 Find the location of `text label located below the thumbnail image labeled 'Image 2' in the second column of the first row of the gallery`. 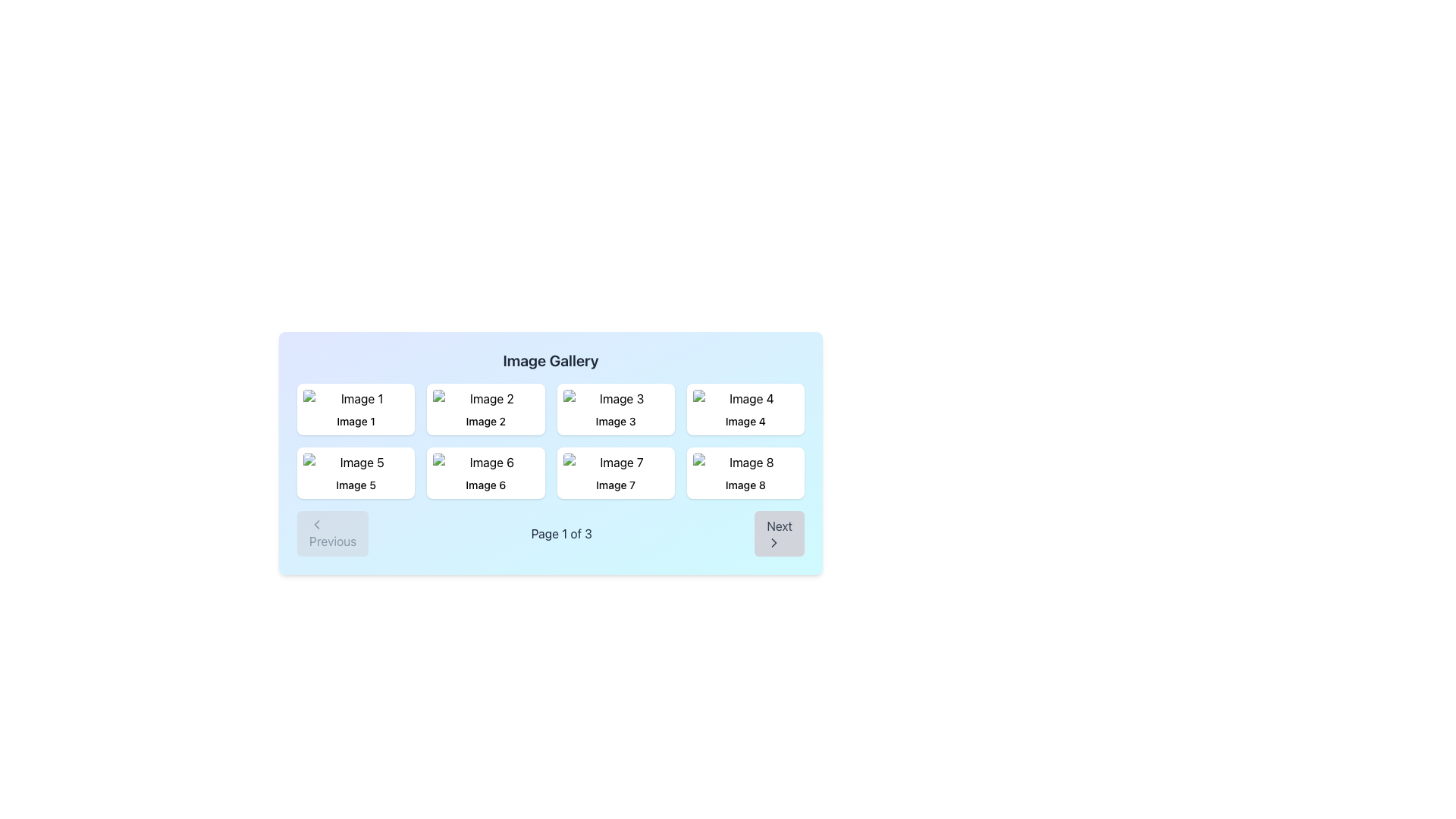

text label located below the thumbnail image labeled 'Image 2' in the second column of the first row of the gallery is located at coordinates (485, 421).